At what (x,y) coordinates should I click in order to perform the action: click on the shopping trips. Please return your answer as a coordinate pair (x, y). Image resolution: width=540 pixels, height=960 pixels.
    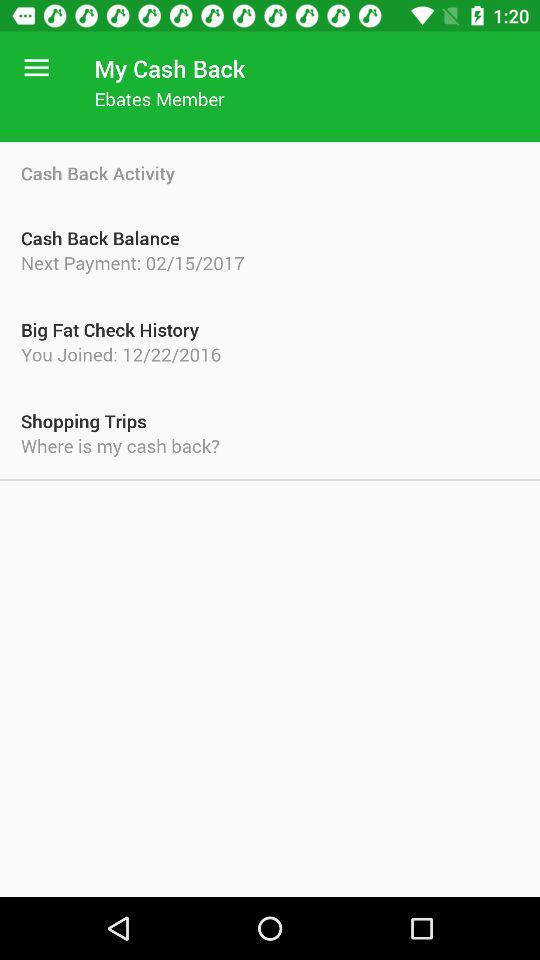
    Looking at the image, I should click on (270, 421).